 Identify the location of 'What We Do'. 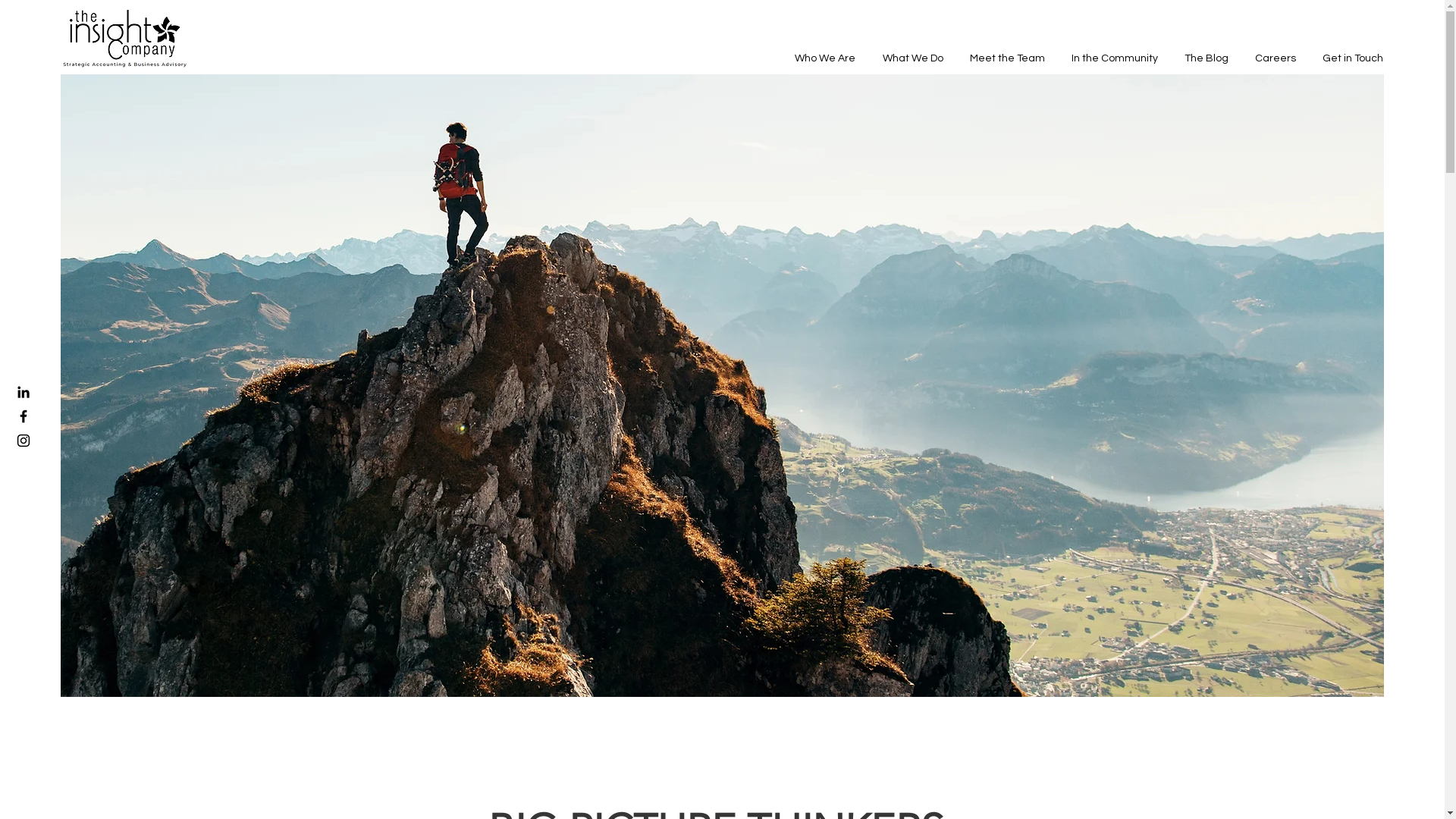
(910, 58).